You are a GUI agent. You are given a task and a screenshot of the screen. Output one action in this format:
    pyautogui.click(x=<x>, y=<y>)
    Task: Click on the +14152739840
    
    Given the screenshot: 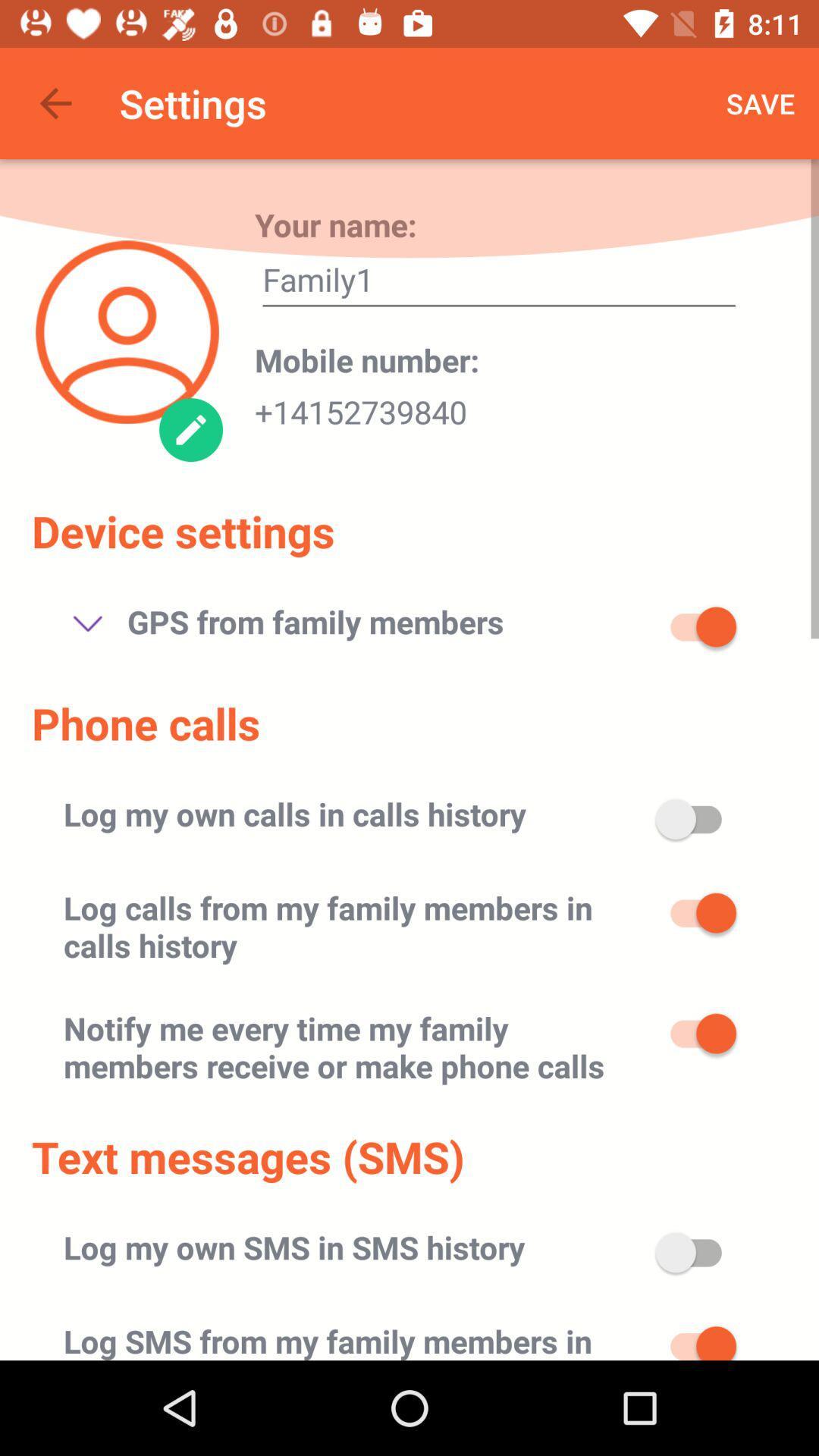 What is the action you would take?
    pyautogui.click(x=360, y=407)
    